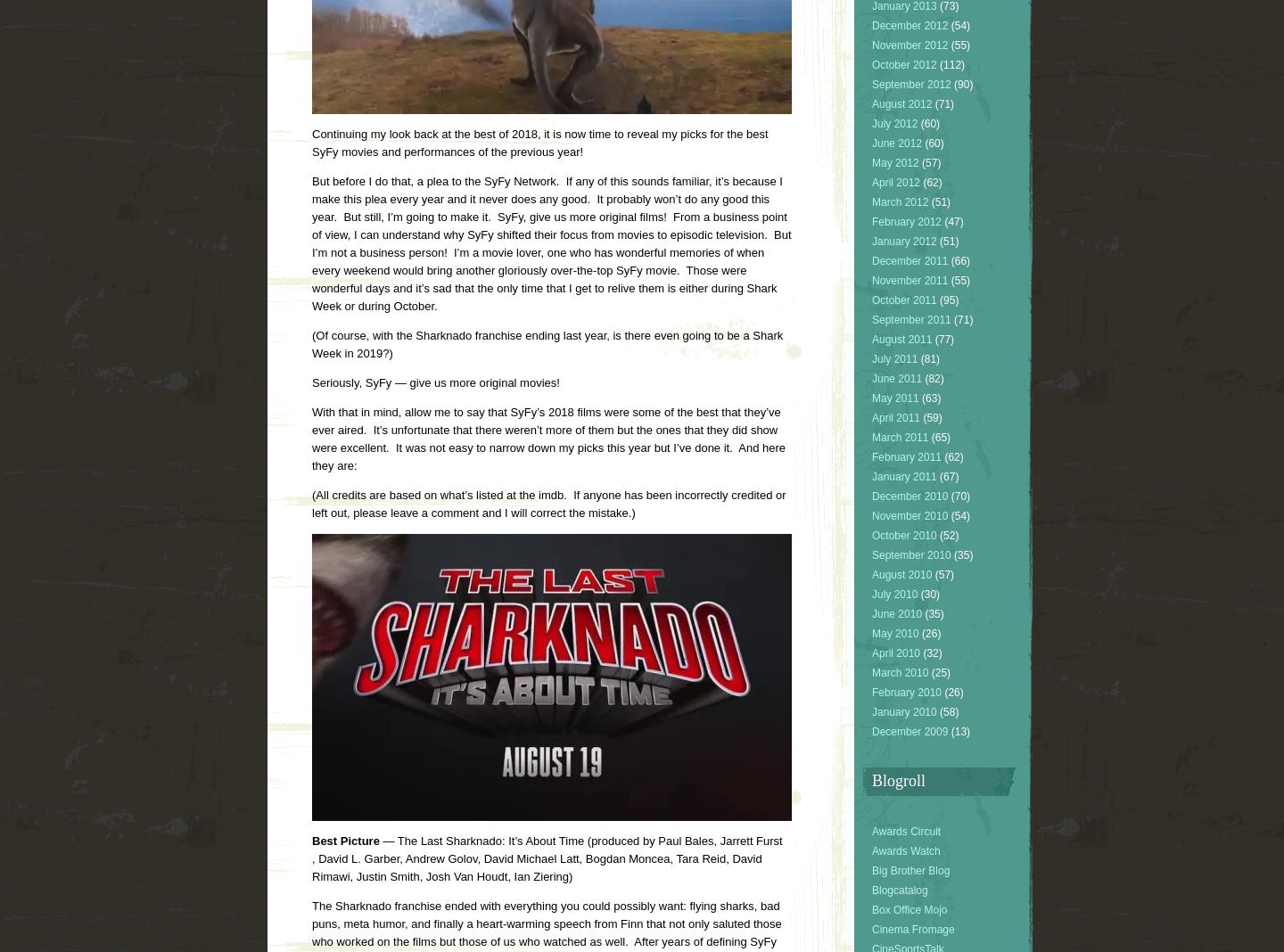 Image resolution: width=1284 pixels, height=952 pixels. Describe the element at coordinates (939, 672) in the screenshot. I see `'(25)'` at that location.